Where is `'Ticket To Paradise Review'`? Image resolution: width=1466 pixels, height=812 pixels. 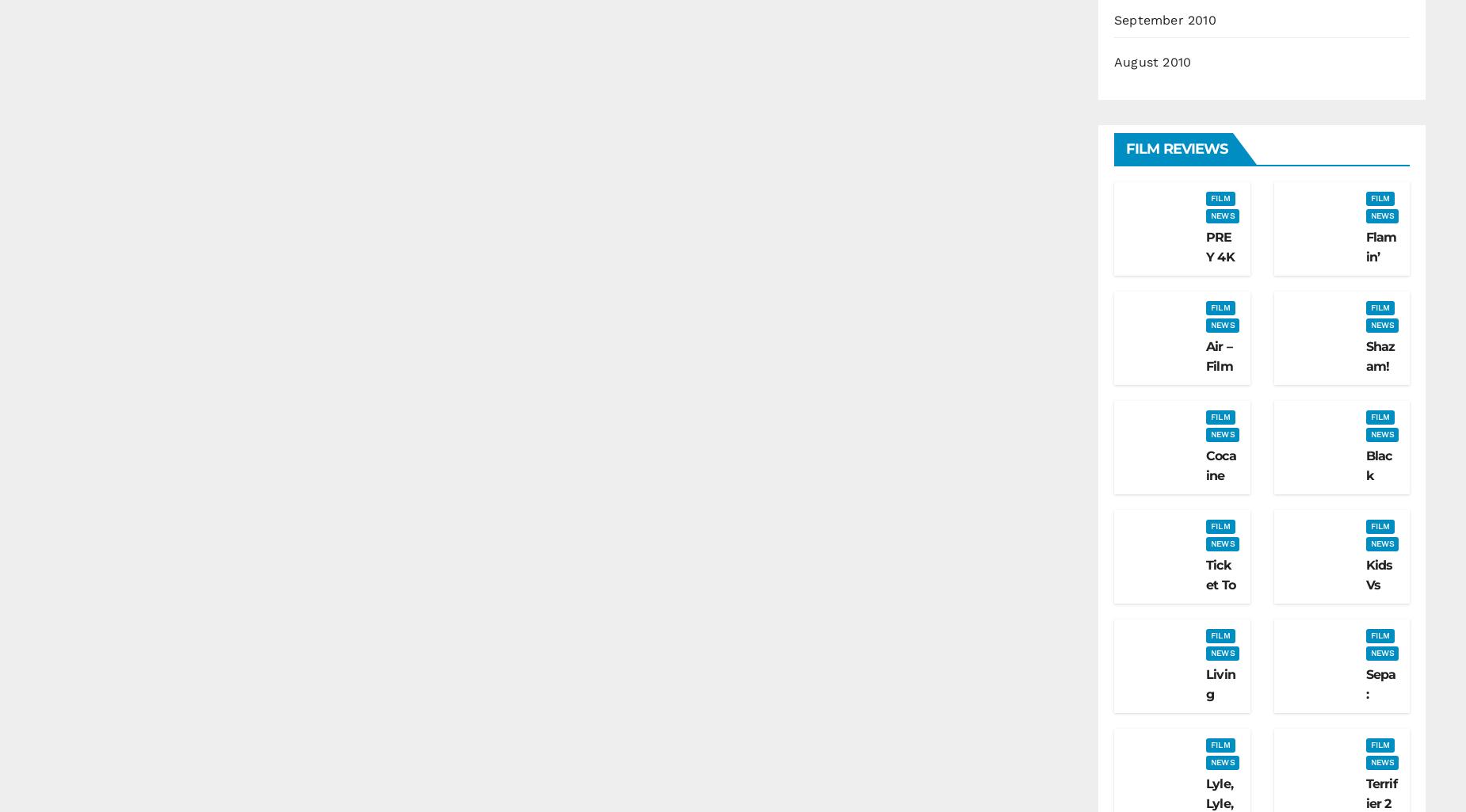
'Ticket To Paradise Review' is located at coordinates (1220, 615).